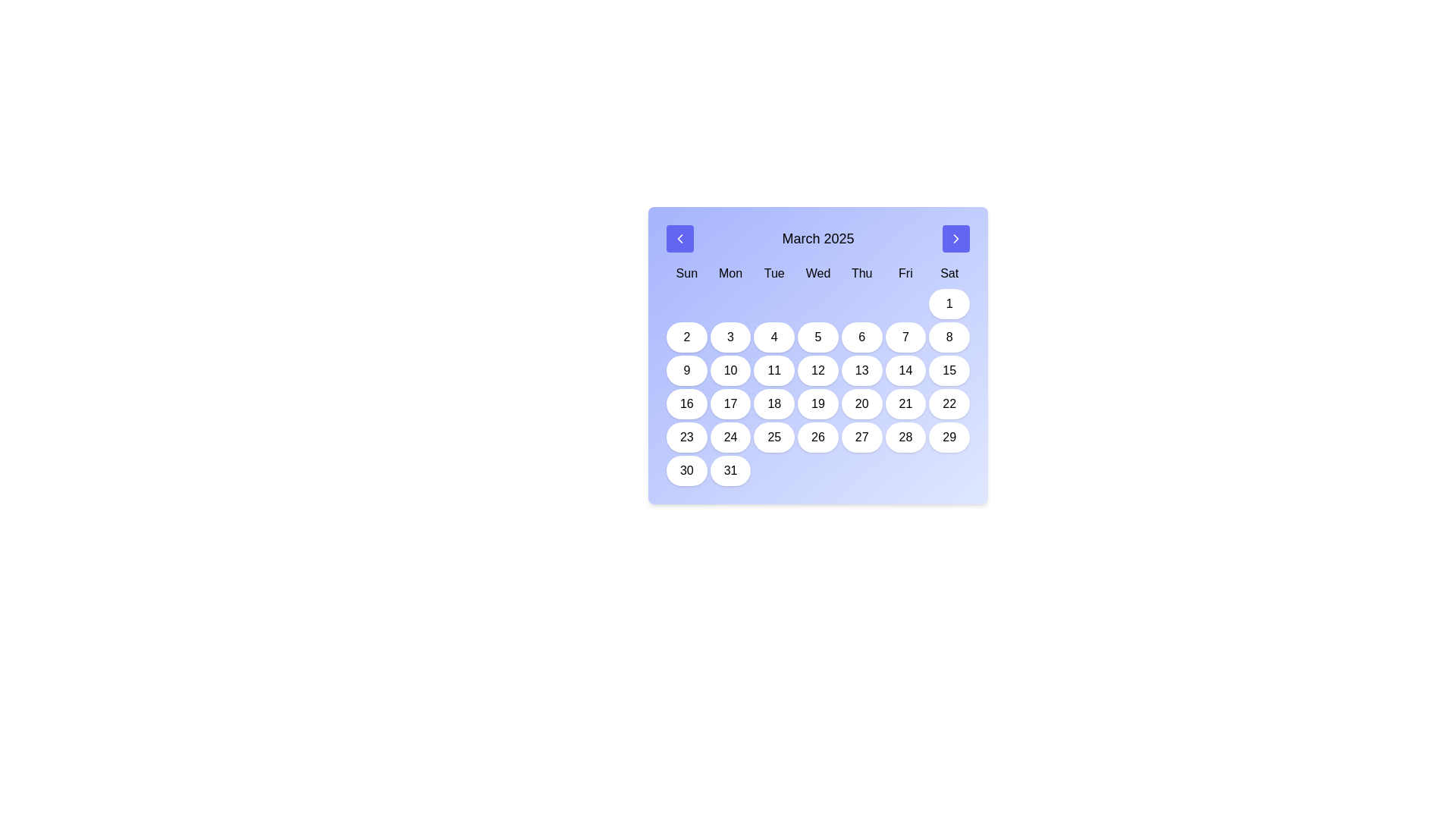  Describe the element at coordinates (955, 239) in the screenshot. I see `the rightward chevron arrow icon located in the upper right corner of the calendar card, adjacent to the days of the week heading` at that location.